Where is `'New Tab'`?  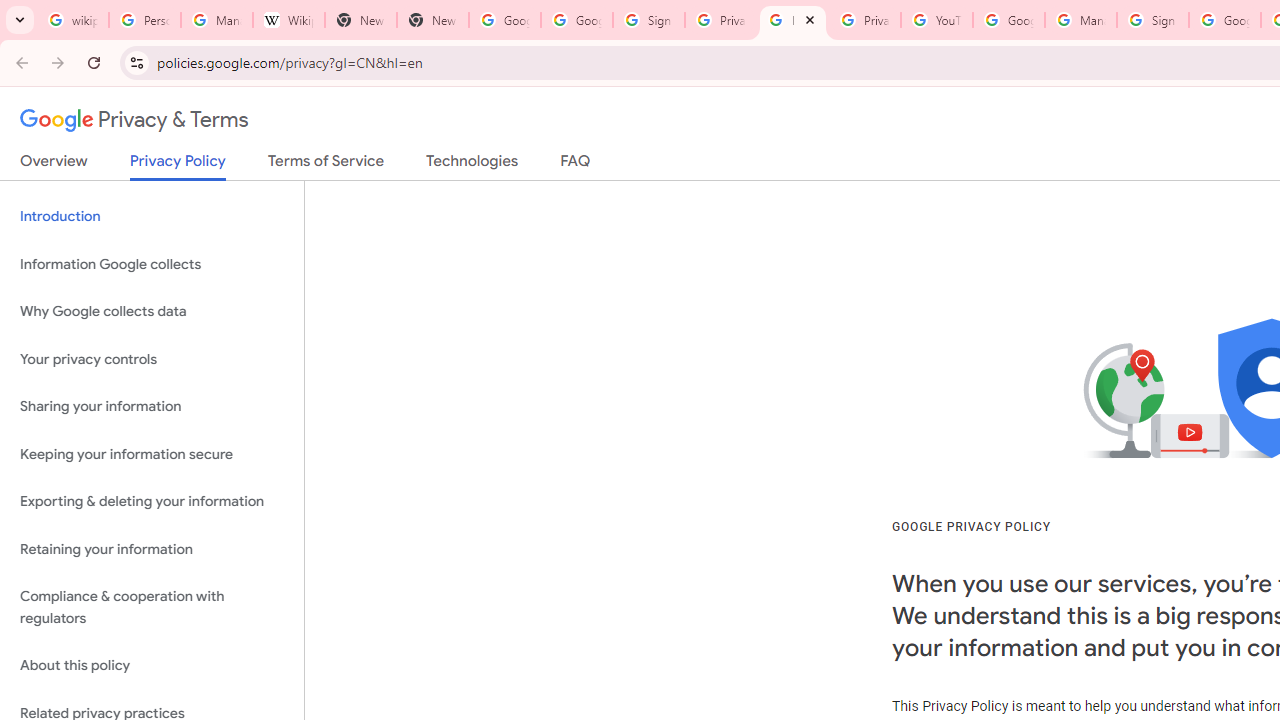
'New Tab' is located at coordinates (431, 20).